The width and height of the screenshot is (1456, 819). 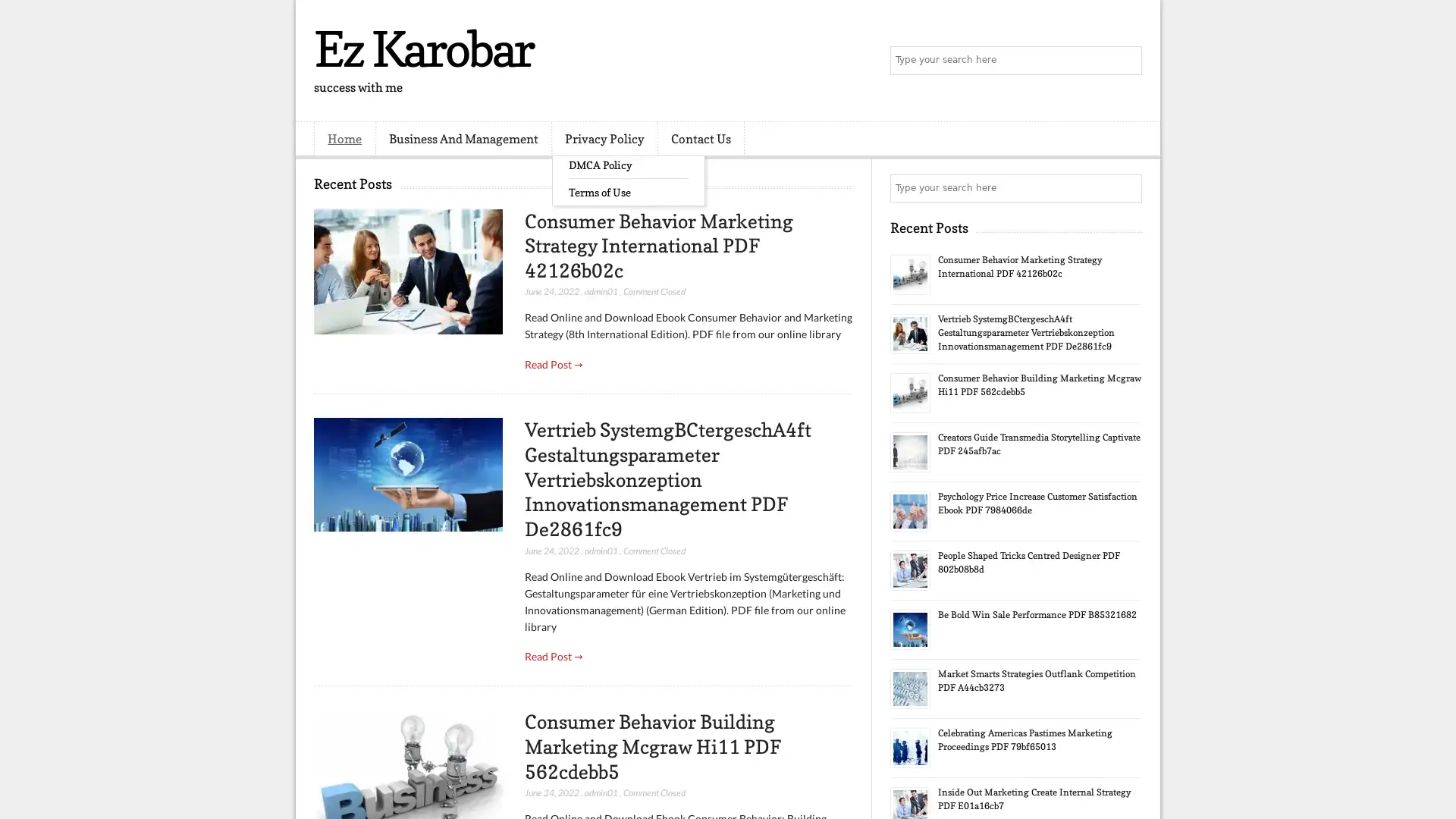 What do you see at coordinates (1126, 188) in the screenshot?
I see `Search` at bounding box center [1126, 188].